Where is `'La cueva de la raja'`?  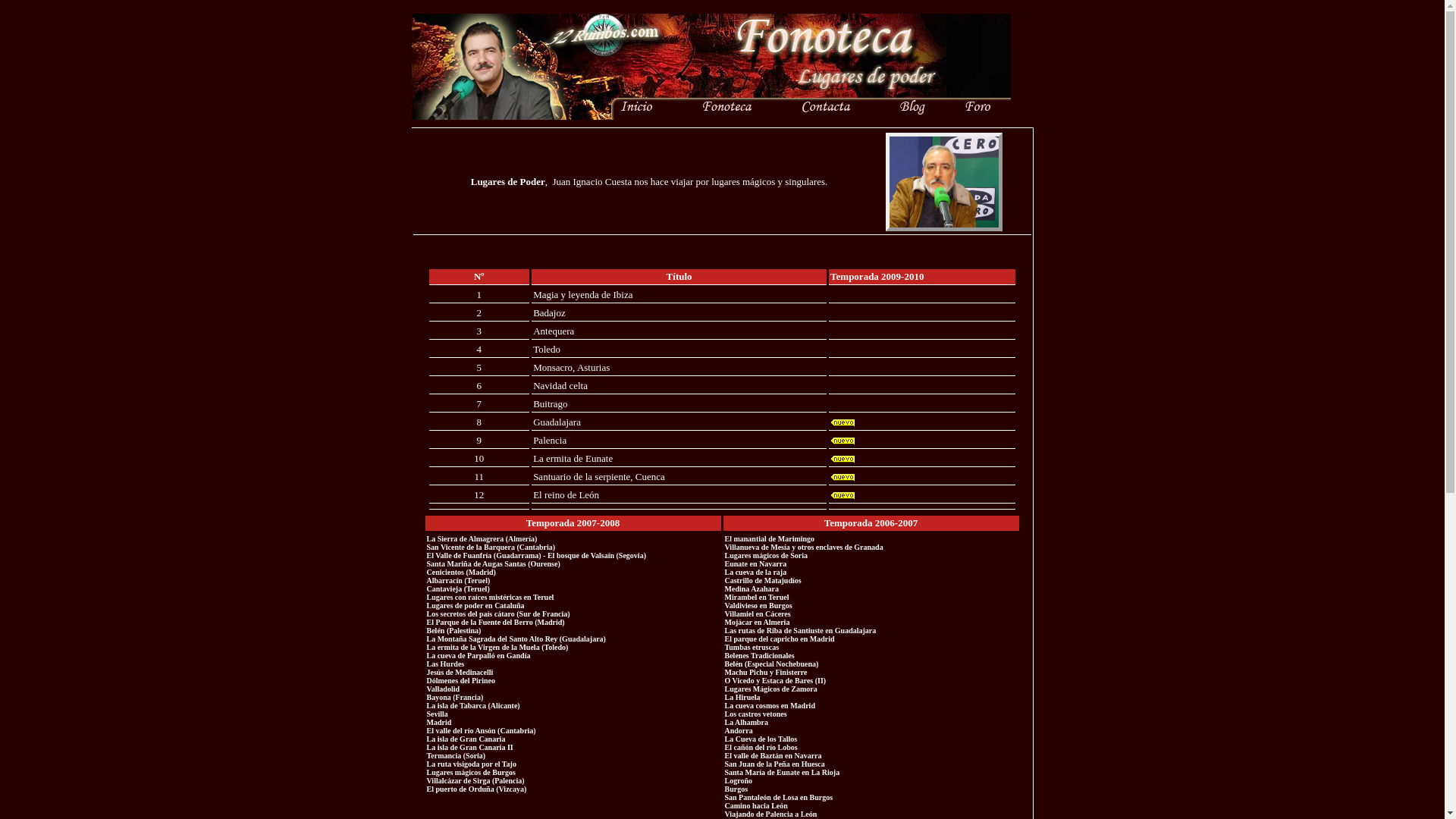
'La cueva de la raja' is located at coordinates (756, 572).